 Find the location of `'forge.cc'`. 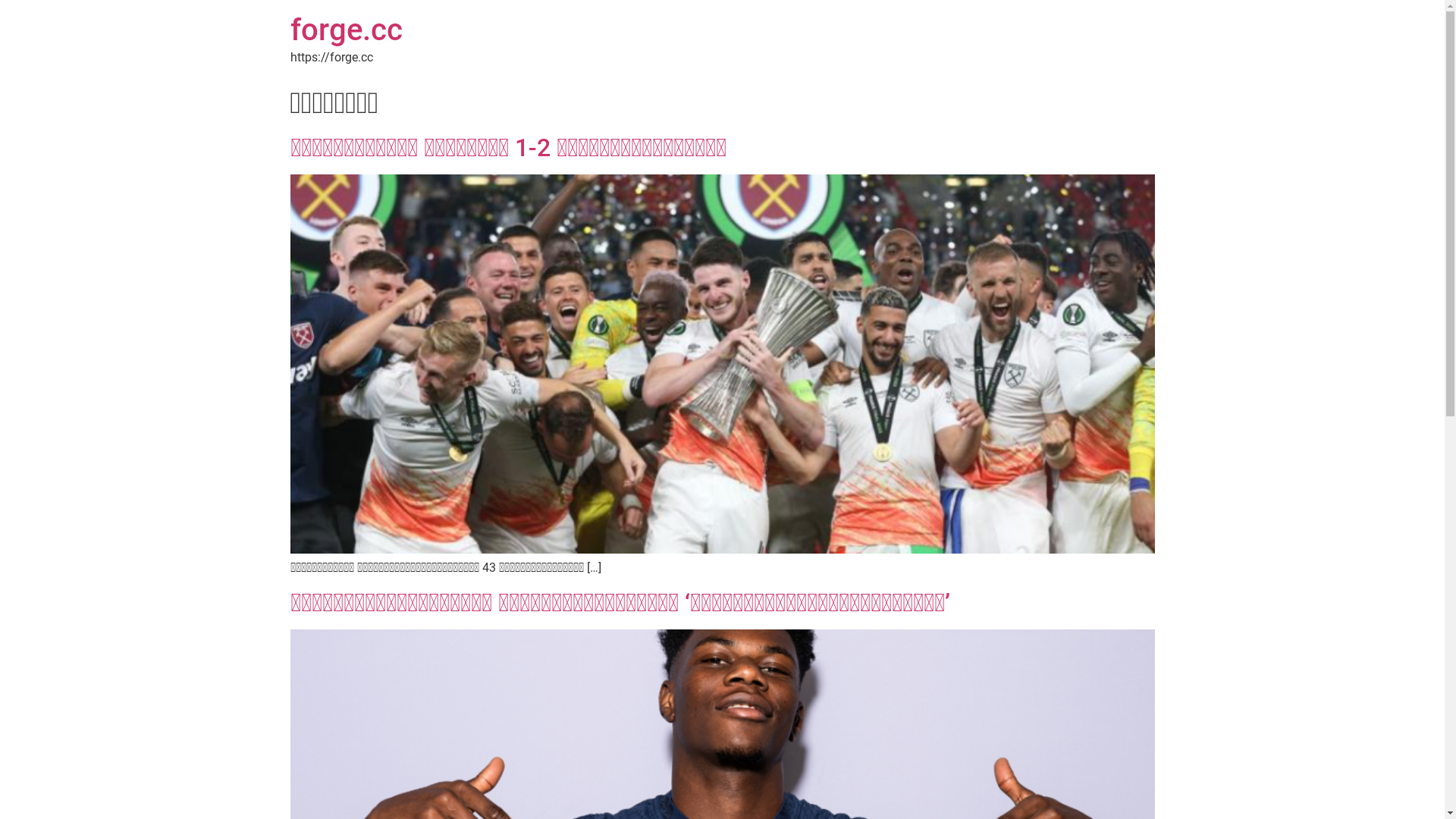

'forge.cc' is located at coordinates (345, 30).